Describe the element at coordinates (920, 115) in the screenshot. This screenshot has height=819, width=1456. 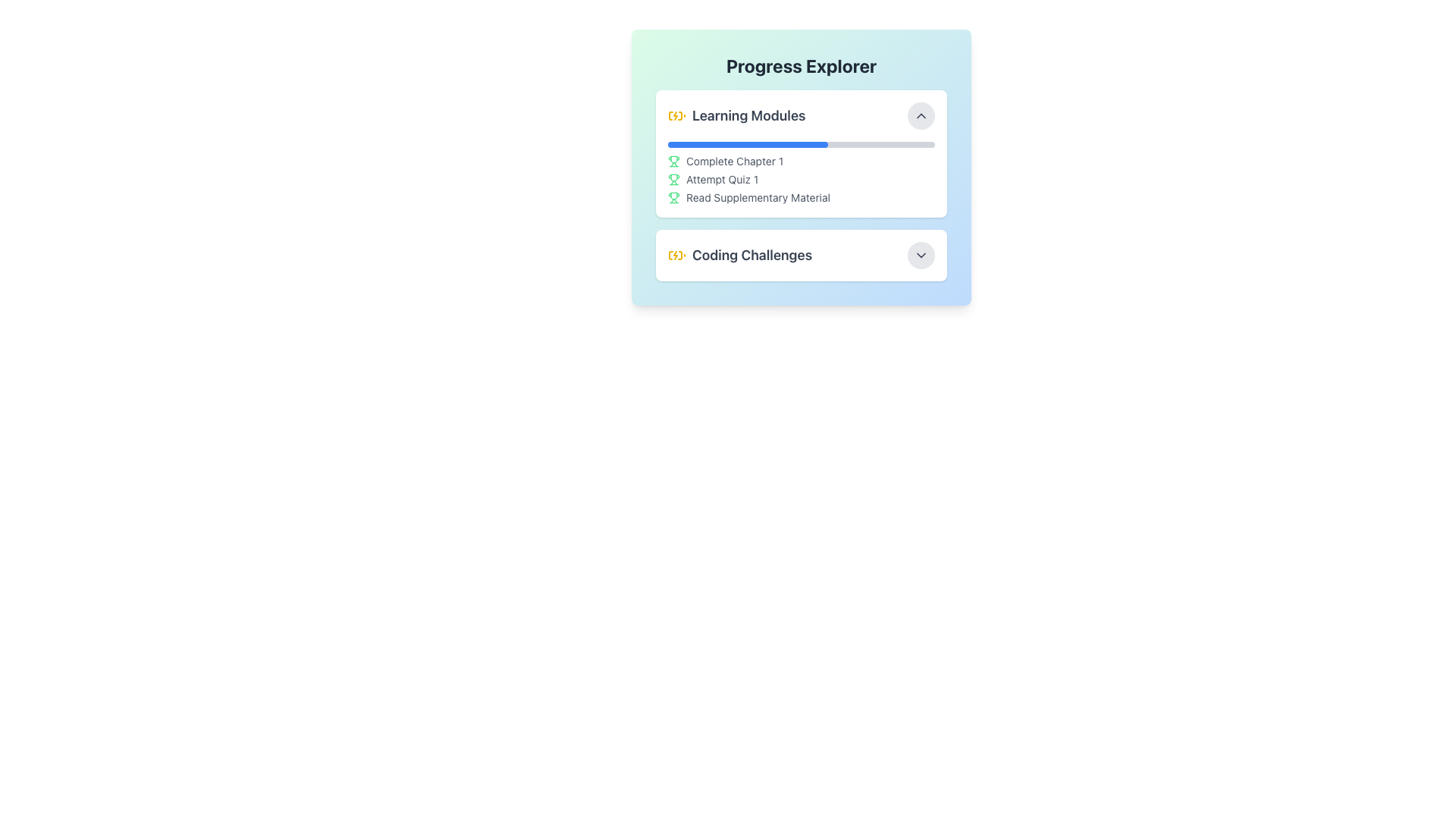
I see `the toggle button for 'Learning Modules' to trigger a style change` at that location.